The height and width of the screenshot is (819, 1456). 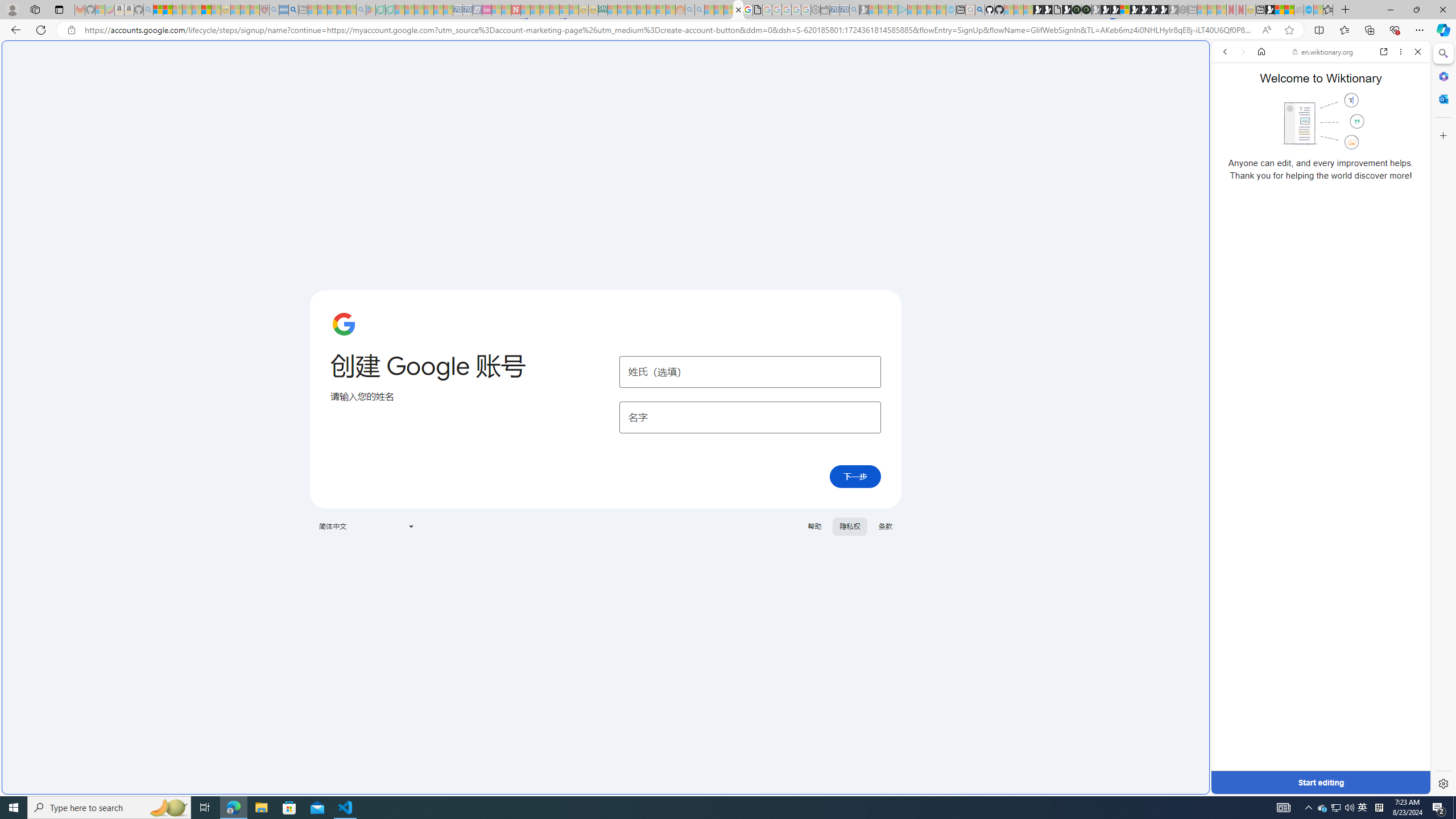 What do you see at coordinates (1323, 52) in the screenshot?
I see `'en.wiktionary.org'` at bounding box center [1323, 52].